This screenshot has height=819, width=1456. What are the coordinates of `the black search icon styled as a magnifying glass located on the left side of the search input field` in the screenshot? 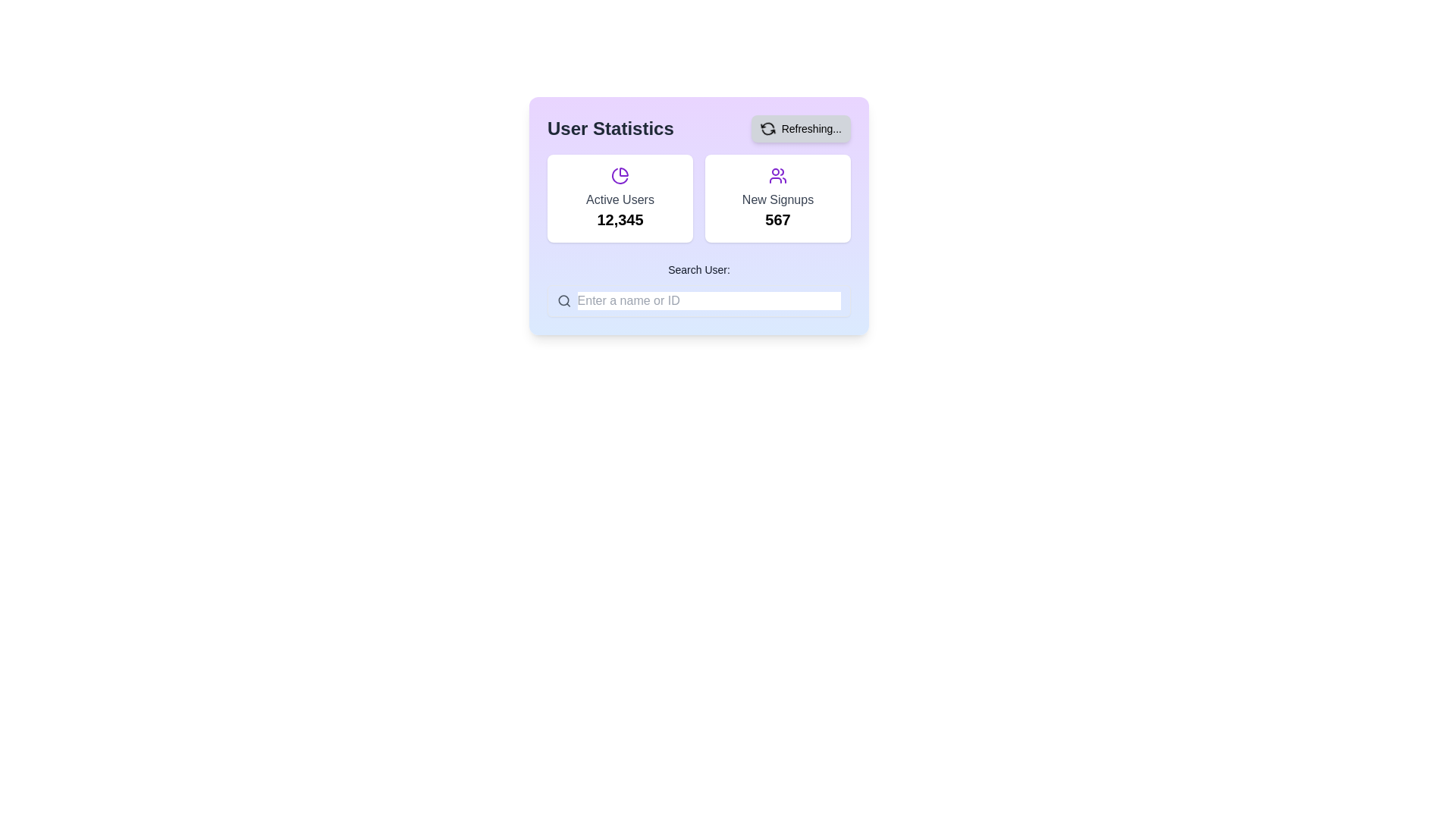 It's located at (563, 301).